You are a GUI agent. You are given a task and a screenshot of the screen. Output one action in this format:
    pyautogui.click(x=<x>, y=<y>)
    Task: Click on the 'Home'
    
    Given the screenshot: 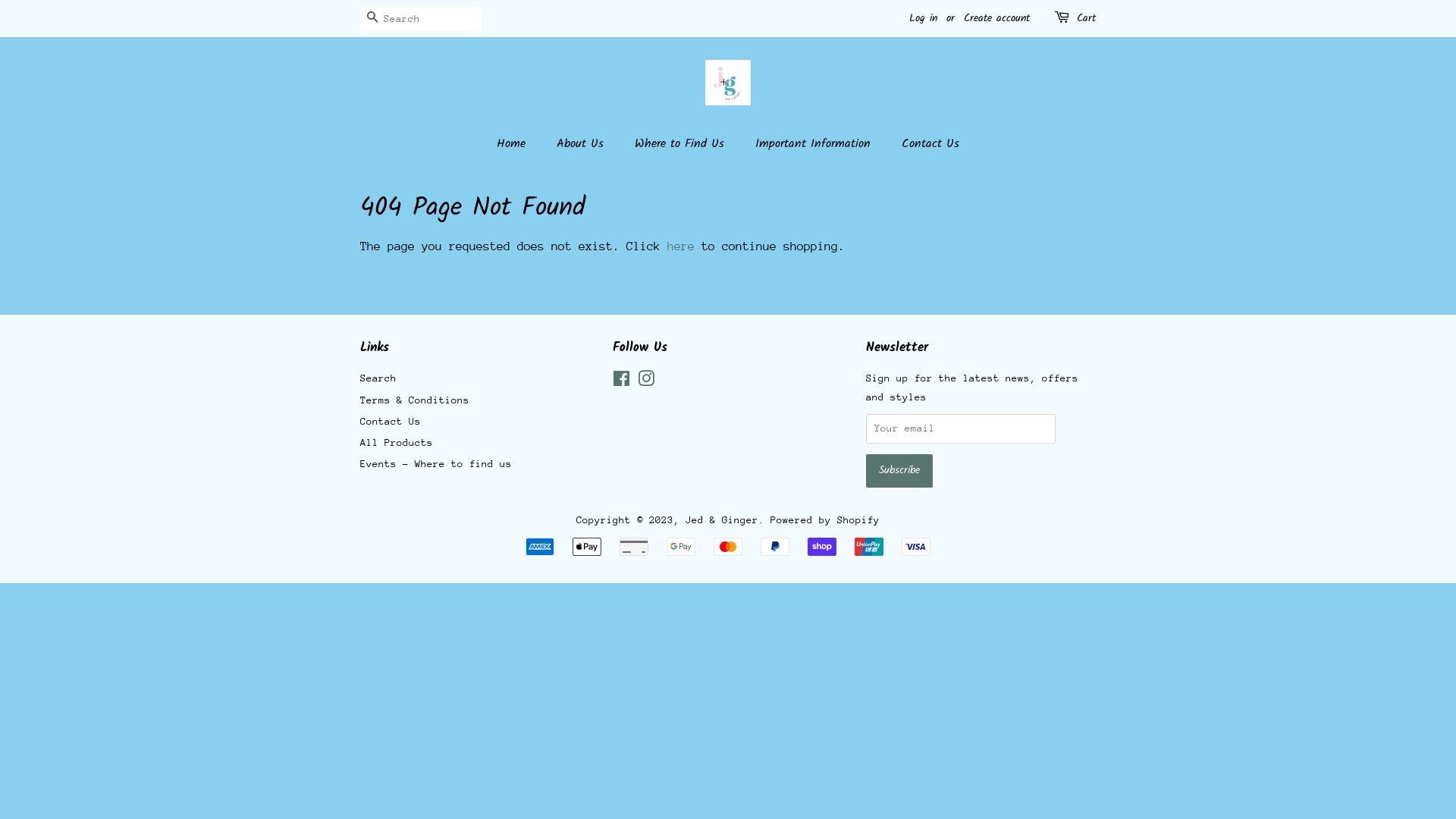 What is the action you would take?
    pyautogui.click(x=496, y=143)
    